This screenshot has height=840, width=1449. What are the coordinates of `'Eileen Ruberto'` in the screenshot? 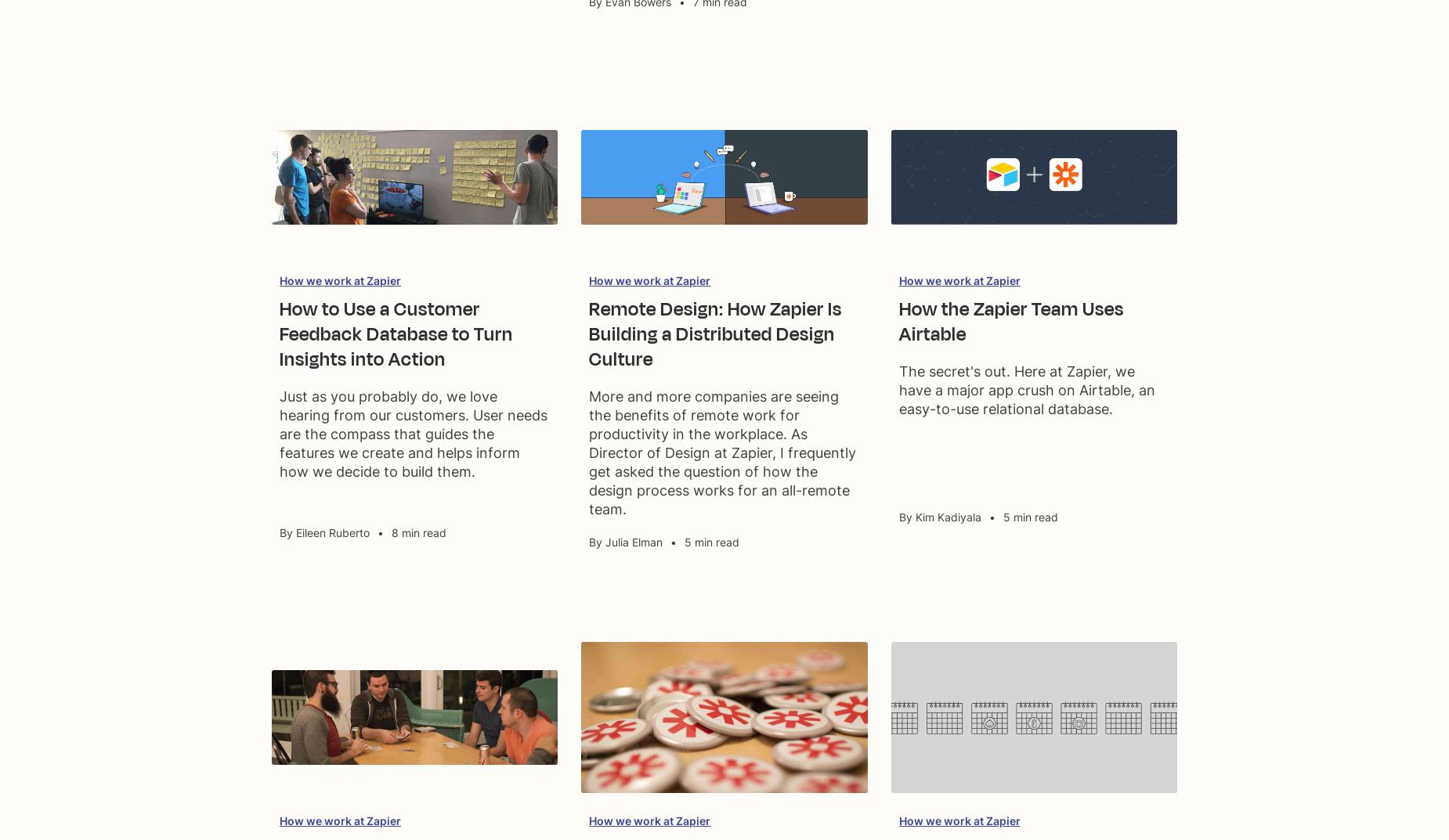 It's located at (294, 532).